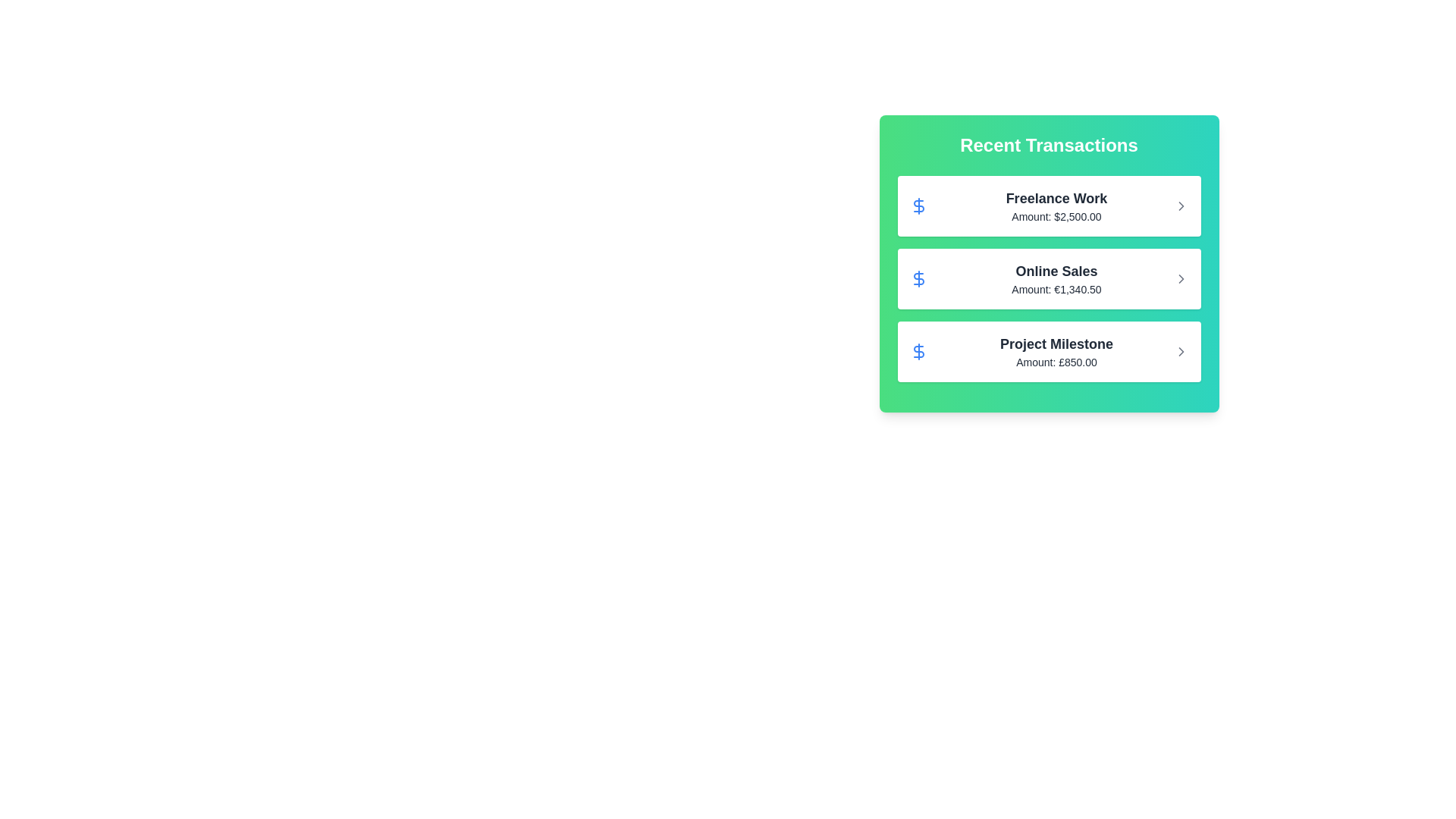 The height and width of the screenshot is (819, 1456). I want to click on the SVG icon representing monetary transactions for 'Online Sales' located in the second row of the list of transactions, so click(918, 278).